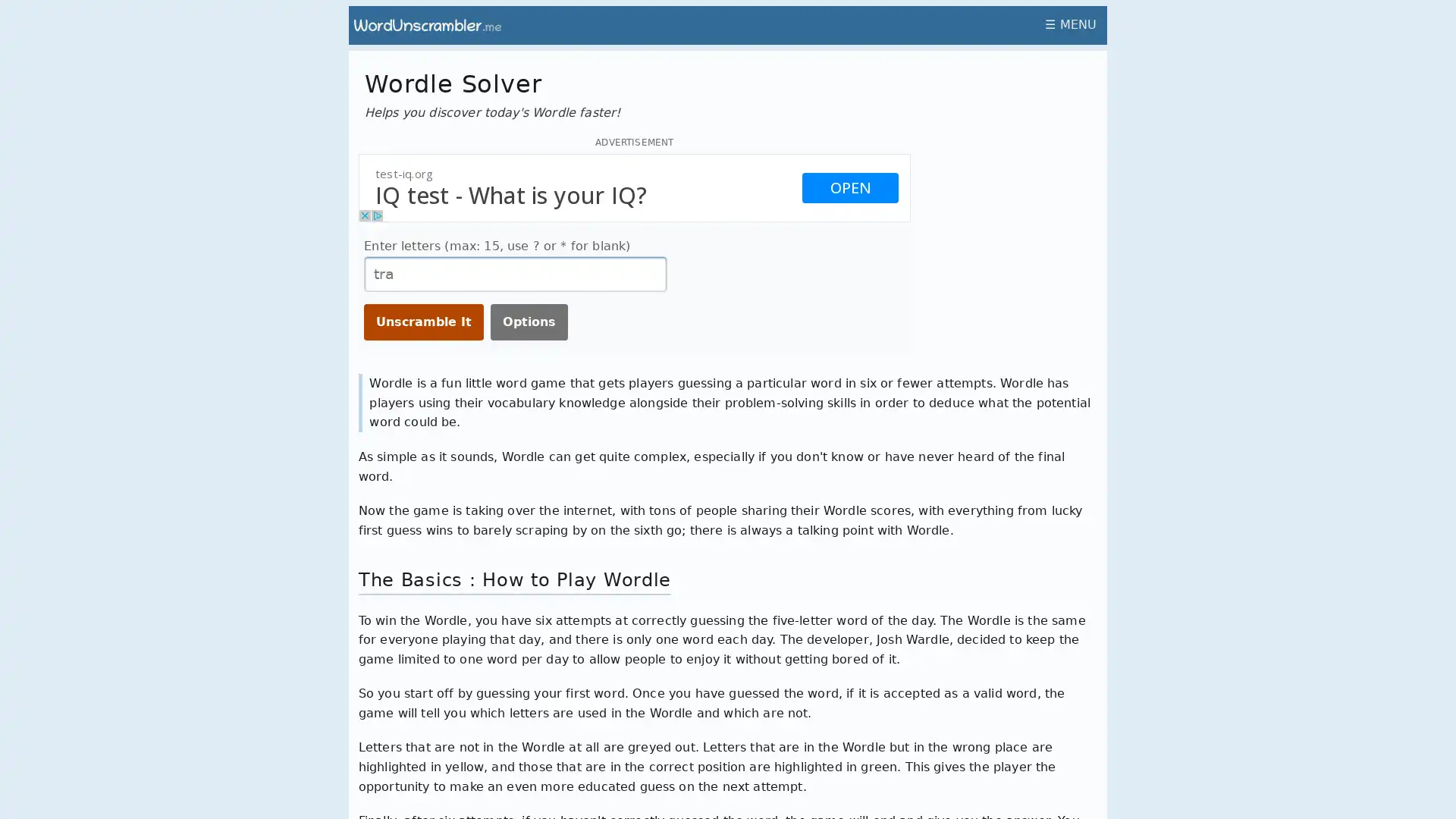  What do you see at coordinates (423, 321) in the screenshot?
I see `Unscramble It` at bounding box center [423, 321].